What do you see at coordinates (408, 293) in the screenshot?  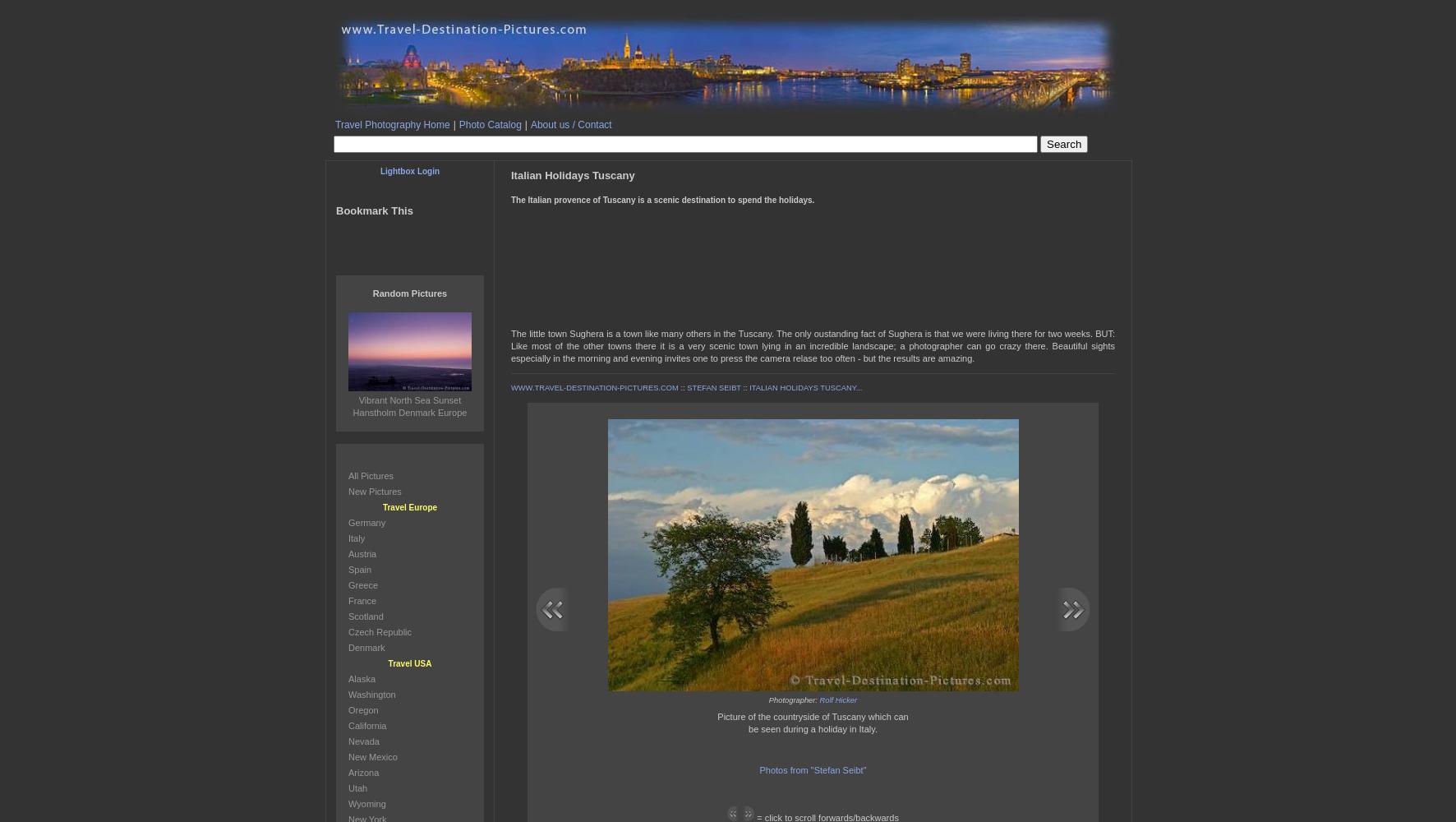 I see `'Random Pictures'` at bounding box center [408, 293].